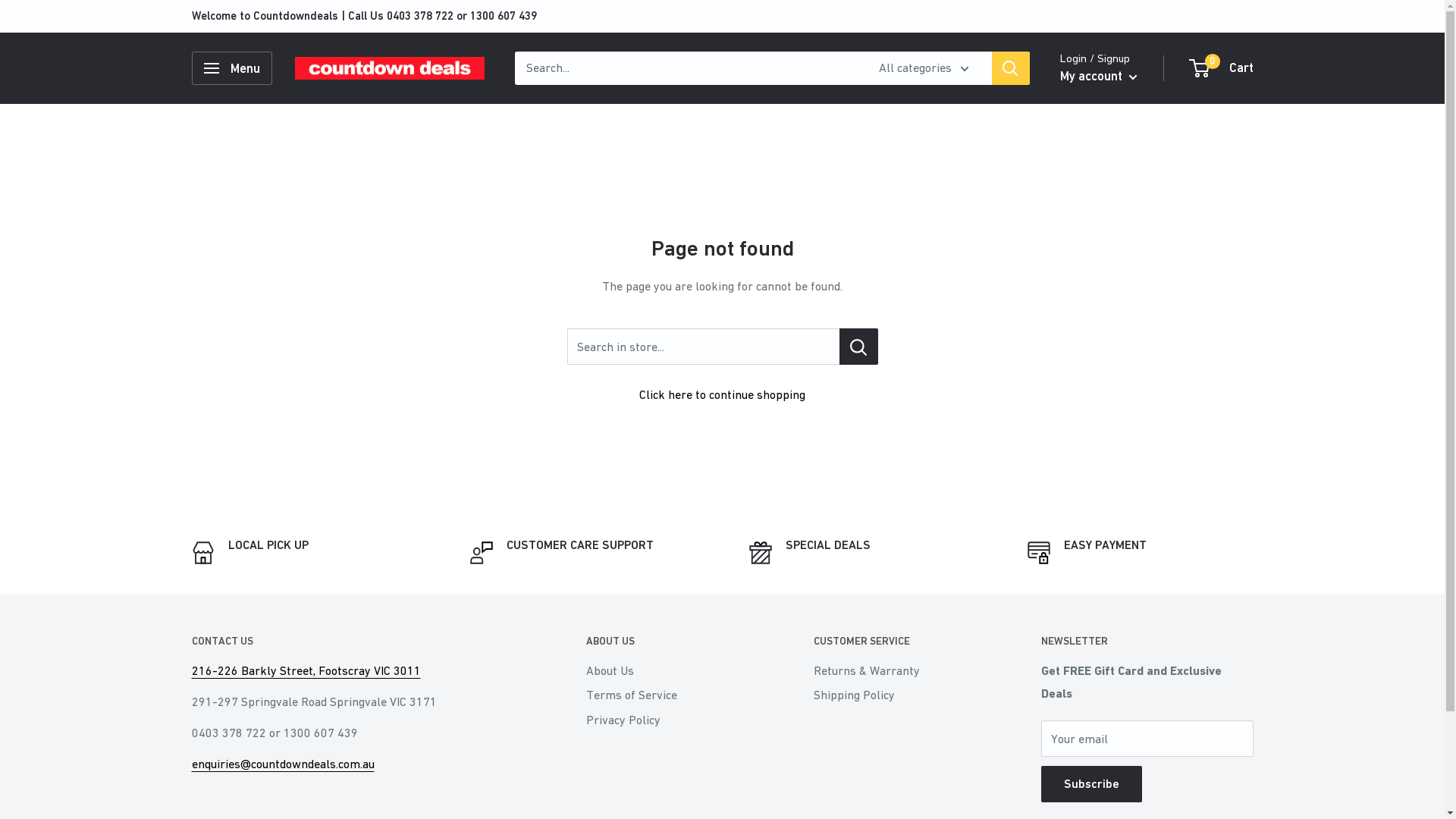  What do you see at coordinates (811, 641) in the screenshot?
I see `'CUSTOMER SERVICE'` at bounding box center [811, 641].